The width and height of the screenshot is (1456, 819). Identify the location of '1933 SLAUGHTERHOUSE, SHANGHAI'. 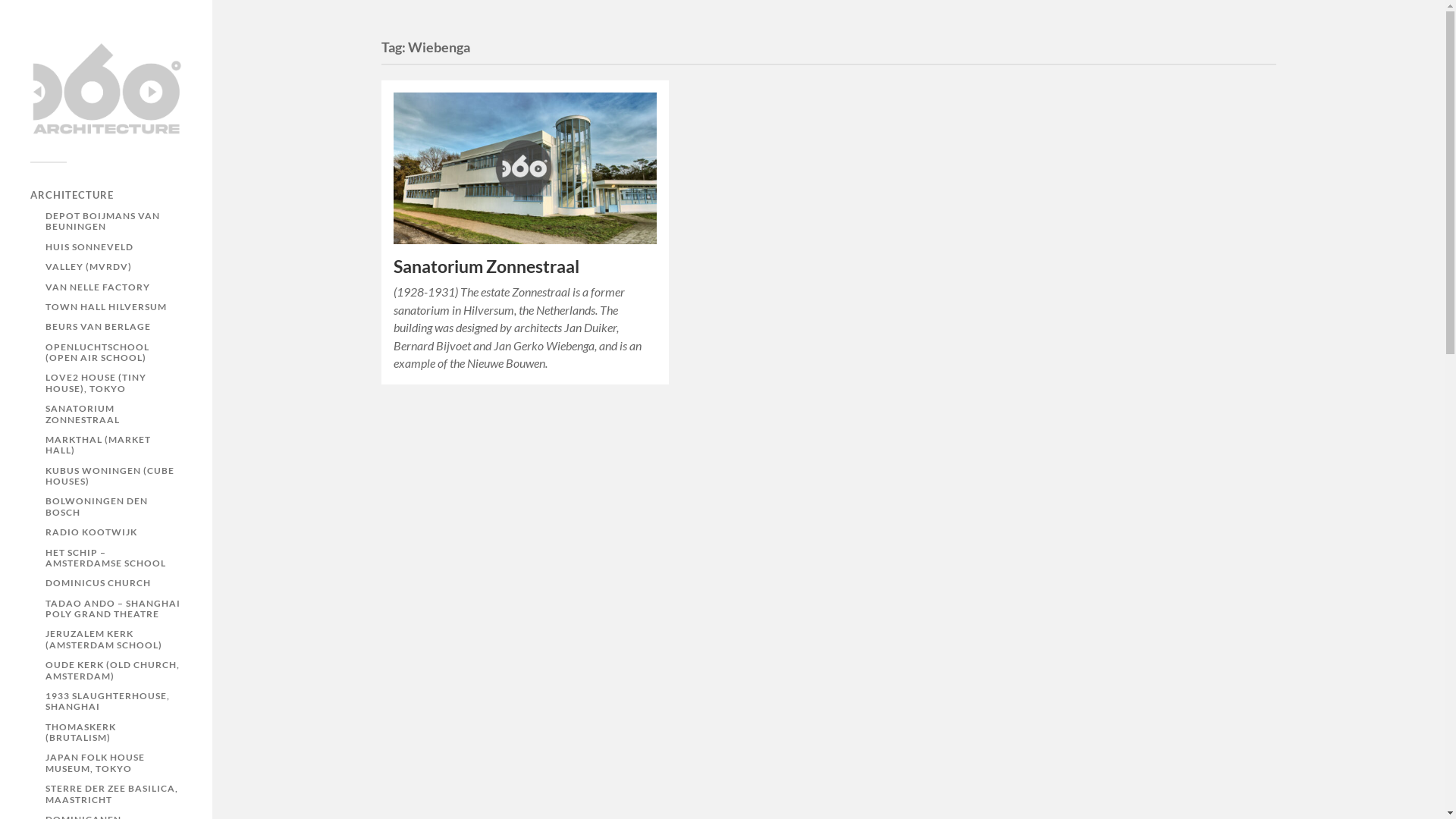
(107, 701).